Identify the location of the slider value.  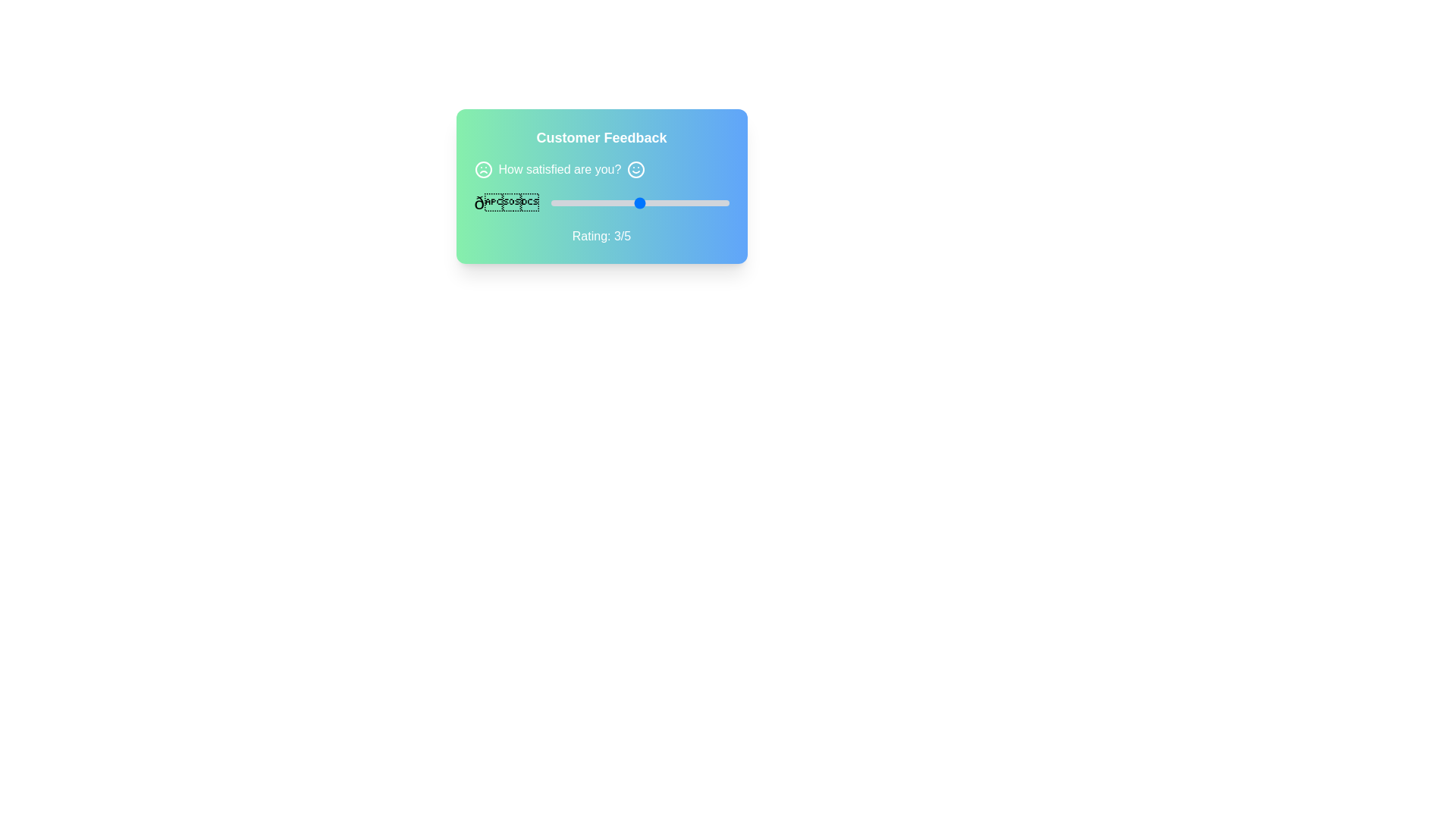
(550, 202).